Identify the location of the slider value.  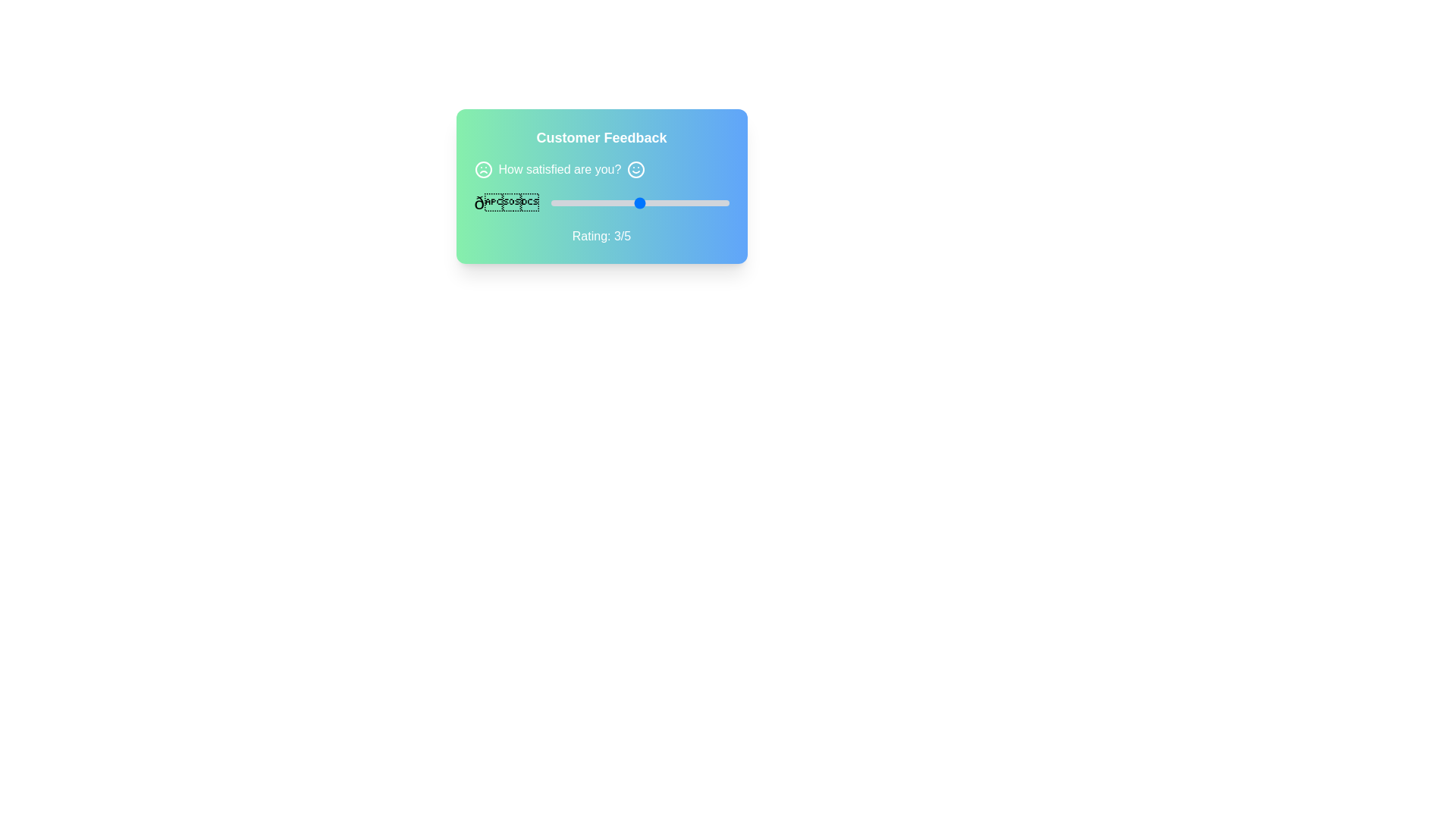
(550, 202).